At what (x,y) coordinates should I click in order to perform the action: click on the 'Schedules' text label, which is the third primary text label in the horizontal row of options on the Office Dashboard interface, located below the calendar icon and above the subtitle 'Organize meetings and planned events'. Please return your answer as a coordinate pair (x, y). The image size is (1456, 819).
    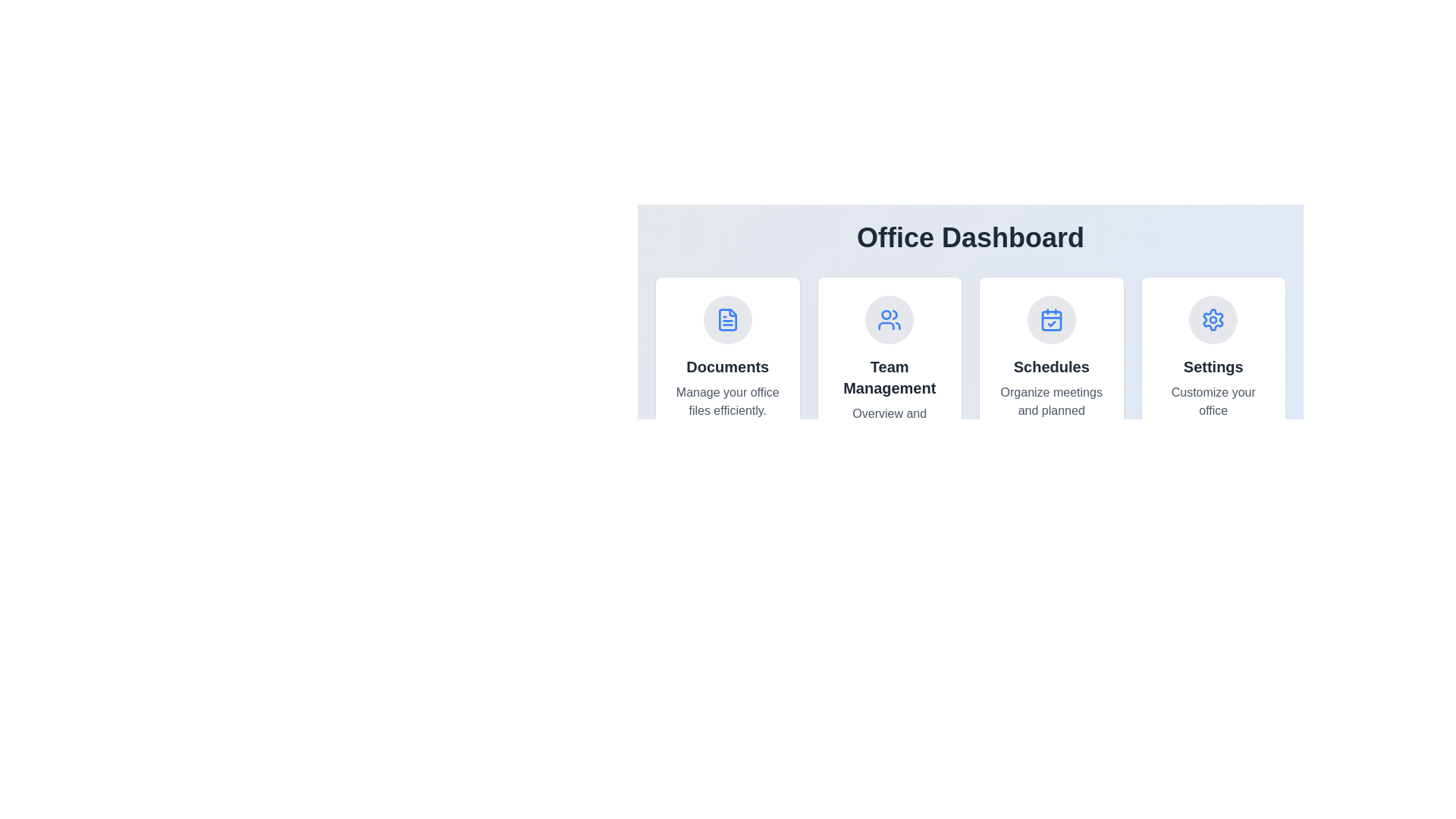
    Looking at the image, I should click on (1050, 366).